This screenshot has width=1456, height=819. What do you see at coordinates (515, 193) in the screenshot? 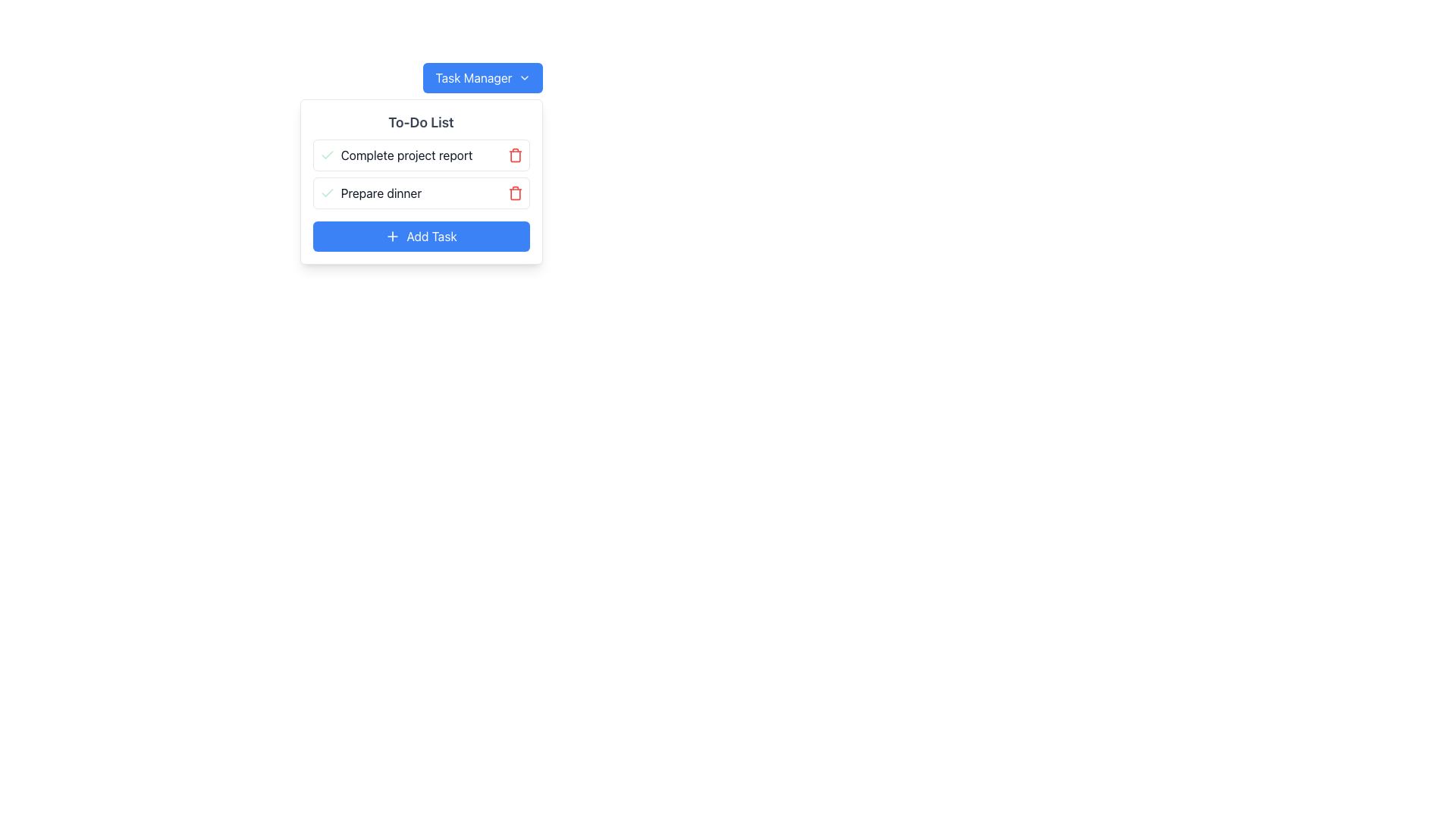
I see `the trash bin icon's main rectangular body, which is part of a modern minimalist SVG design located to the right of task descriptions in a vertical task list` at bounding box center [515, 193].